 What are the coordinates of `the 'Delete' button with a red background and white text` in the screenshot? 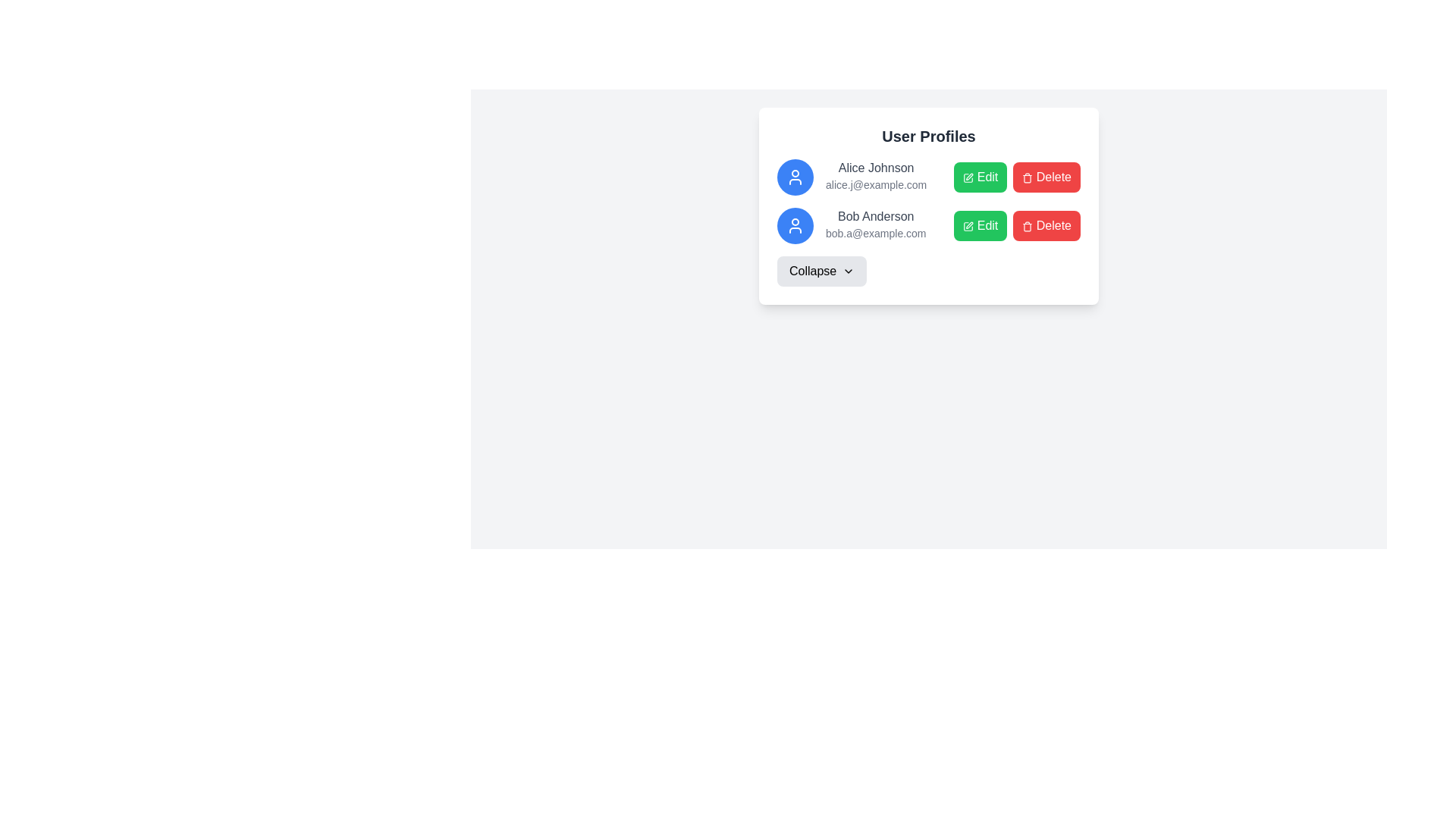 It's located at (1017, 177).